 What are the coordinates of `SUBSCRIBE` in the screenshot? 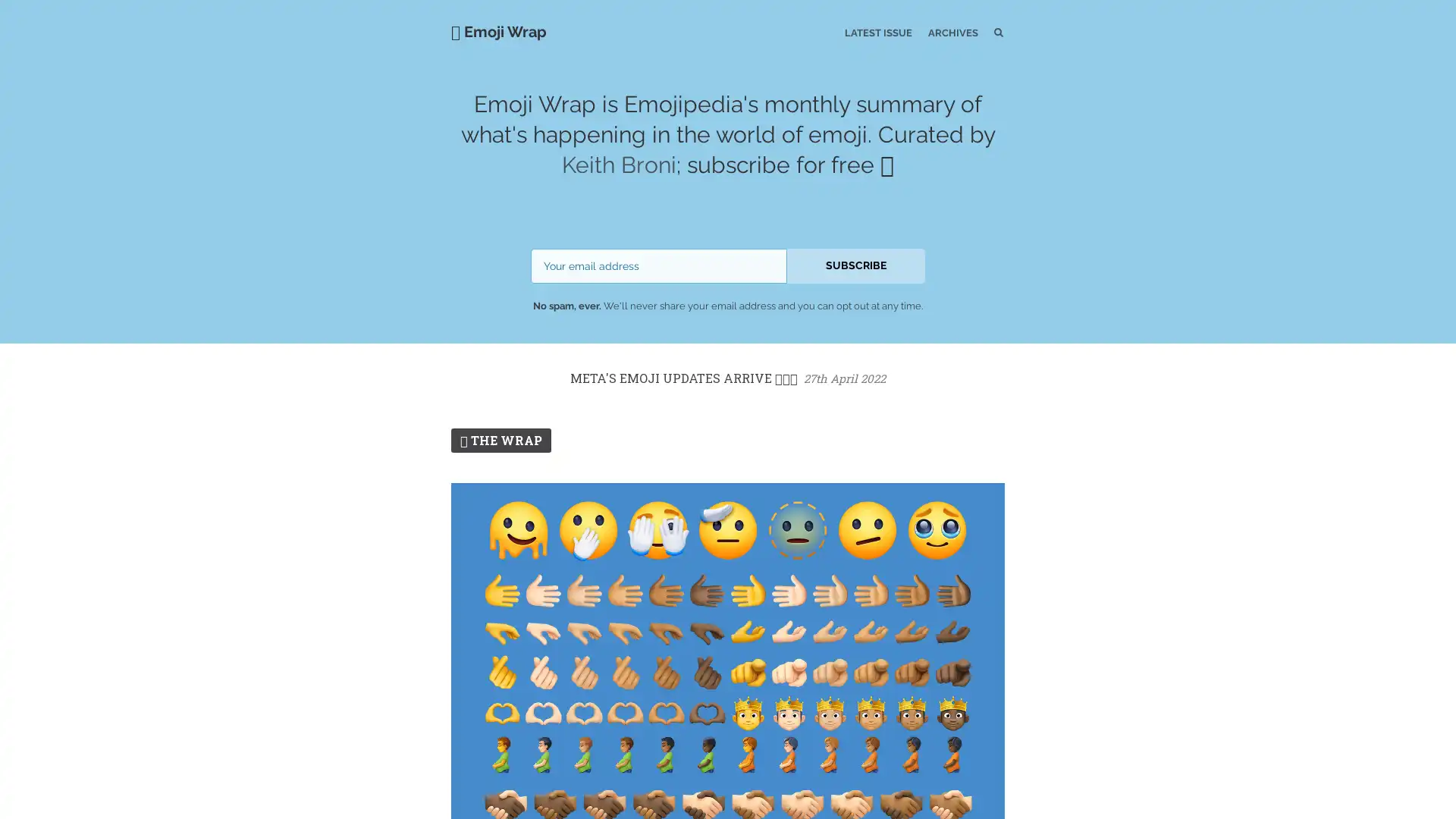 It's located at (855, 265).